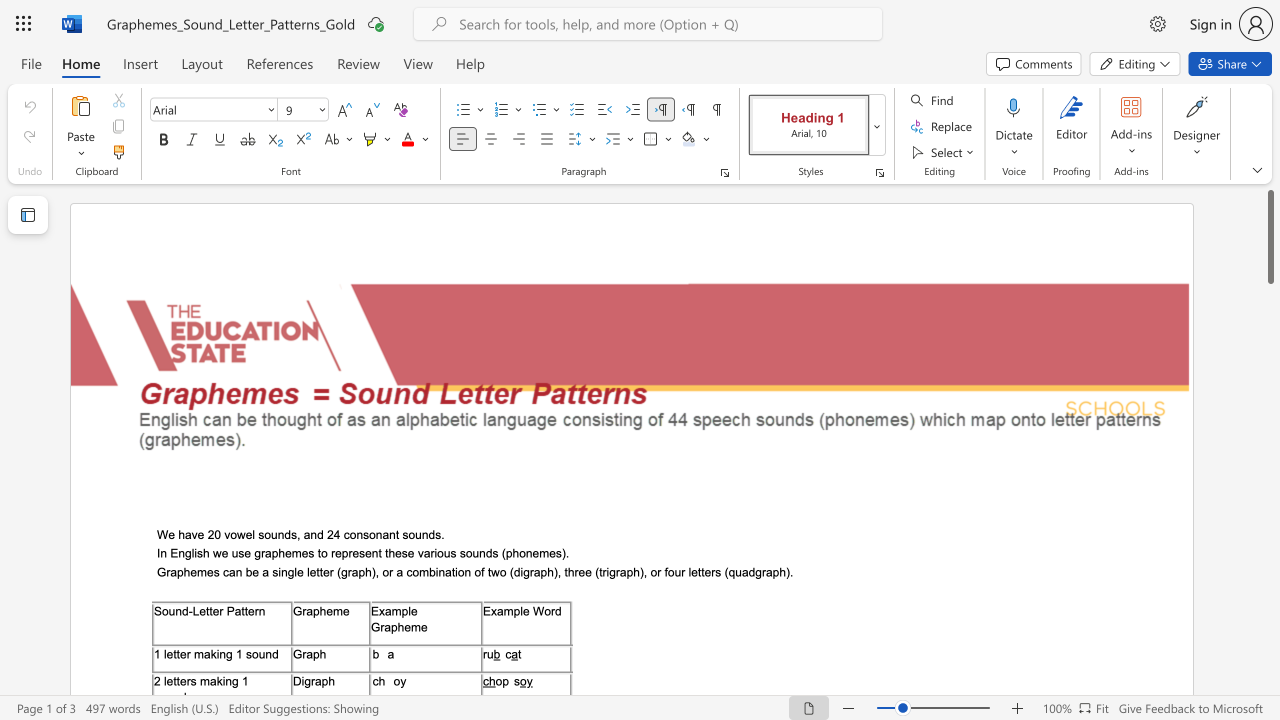 This screenshot has width=1280, height=720. Describe the element at coordinates (1269, 570) in the screenshot. I see `the scrollbar to move the view down` at that location.